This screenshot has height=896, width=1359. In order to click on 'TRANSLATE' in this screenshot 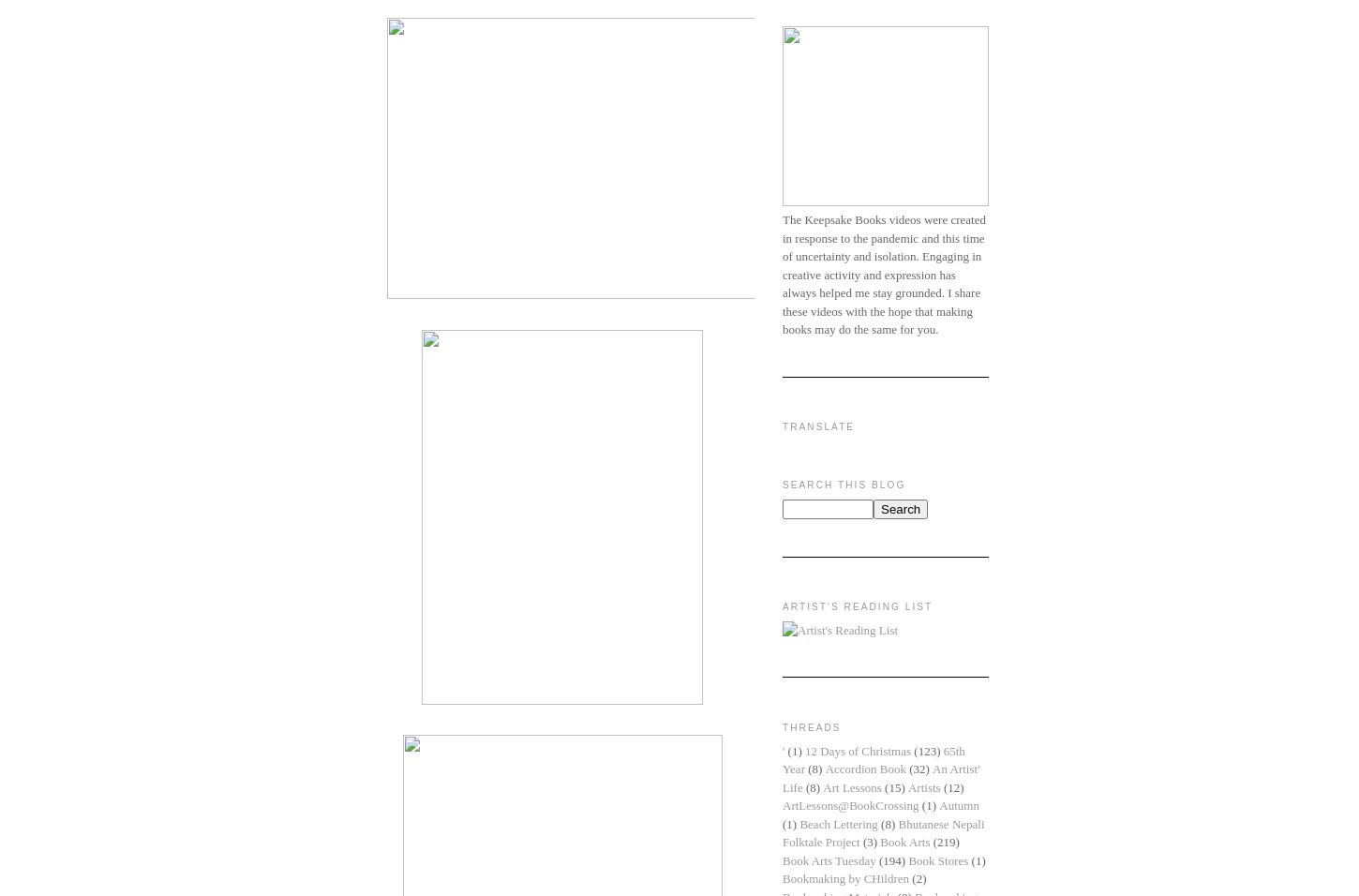, I will do `click(817, 426)`.